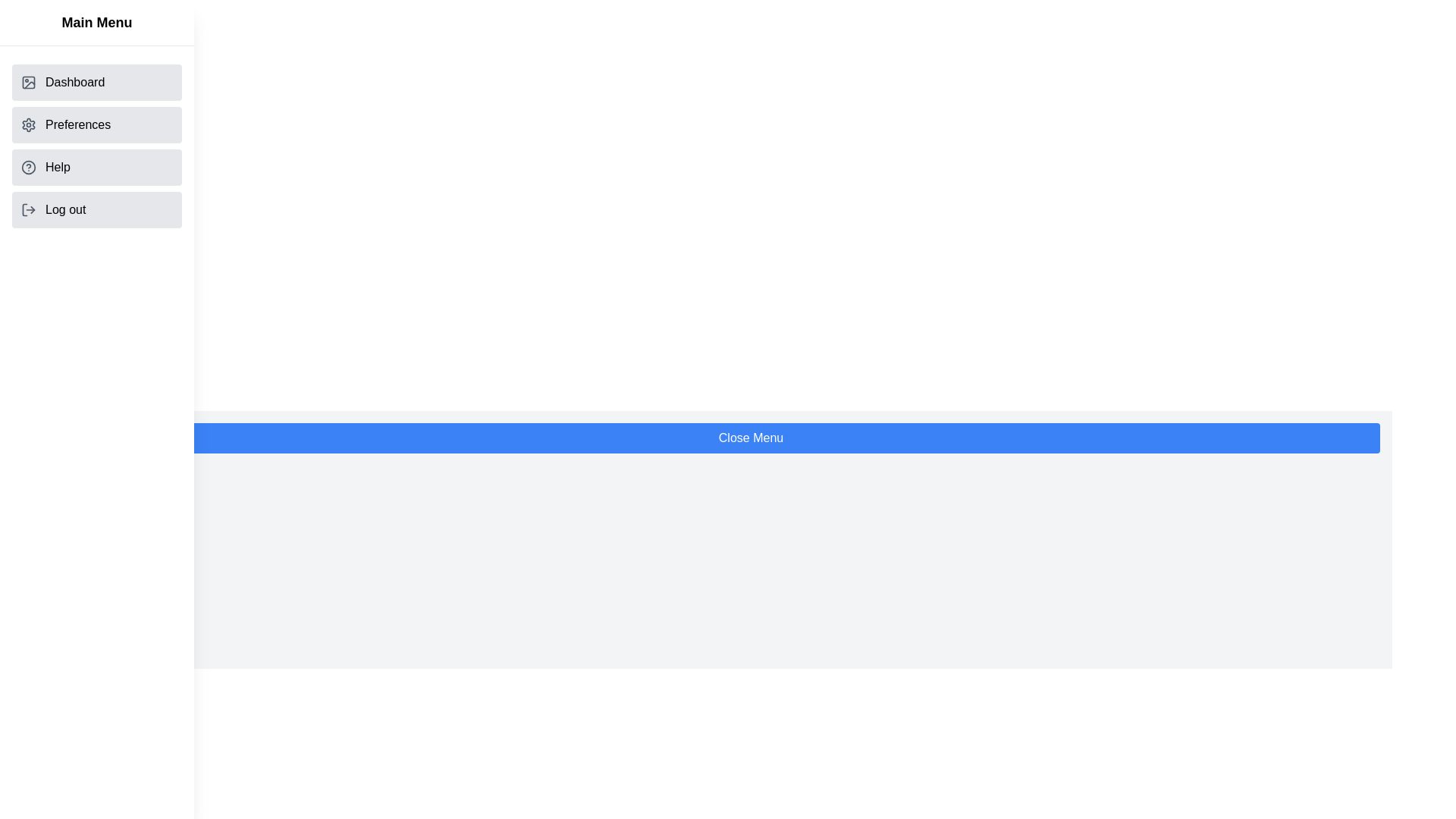 This screenshot has width=1456, height=819. What do you see at coordinates (751, 438) in the screenshot?
I see `the 'Close Menu' button to close the drawer` at bounding box center [751, 438].